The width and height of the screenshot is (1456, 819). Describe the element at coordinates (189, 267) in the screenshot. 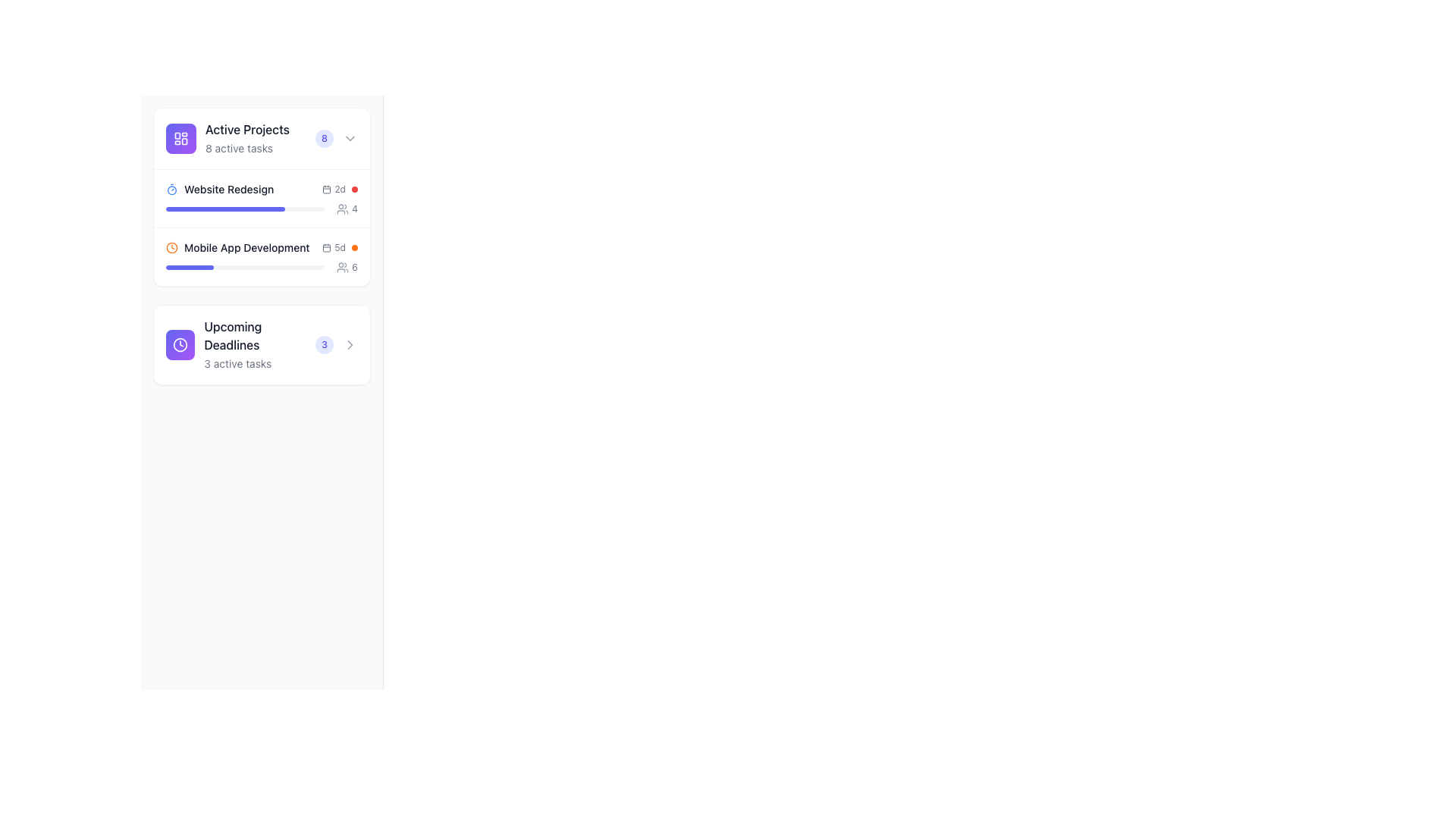

I see `the width of the filled indigo progress bar segment located below the 'Mobile App Development' label in the 'Active Projects' card to gauge its completion` at that location.